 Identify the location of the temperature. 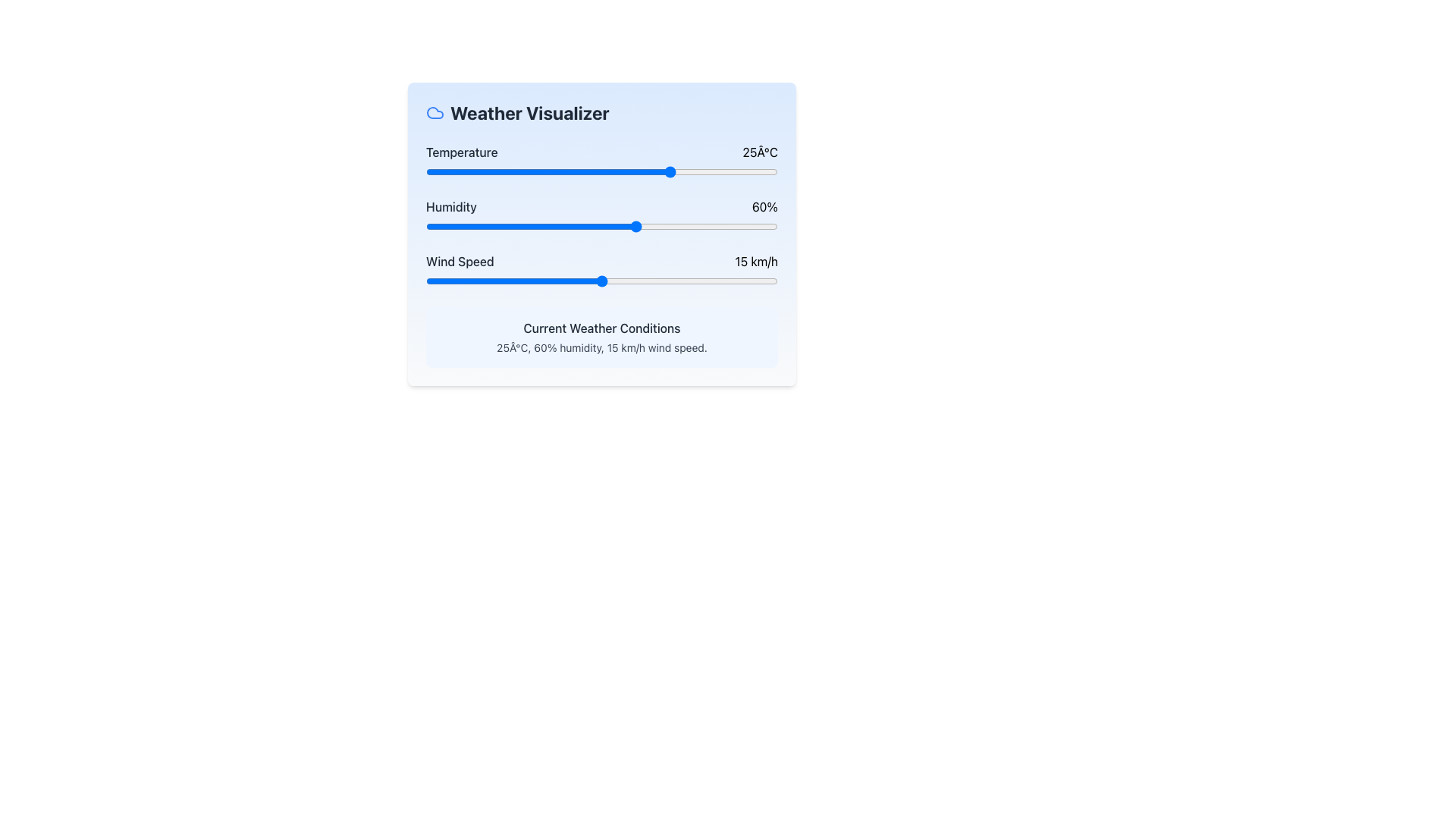
(658, 171).